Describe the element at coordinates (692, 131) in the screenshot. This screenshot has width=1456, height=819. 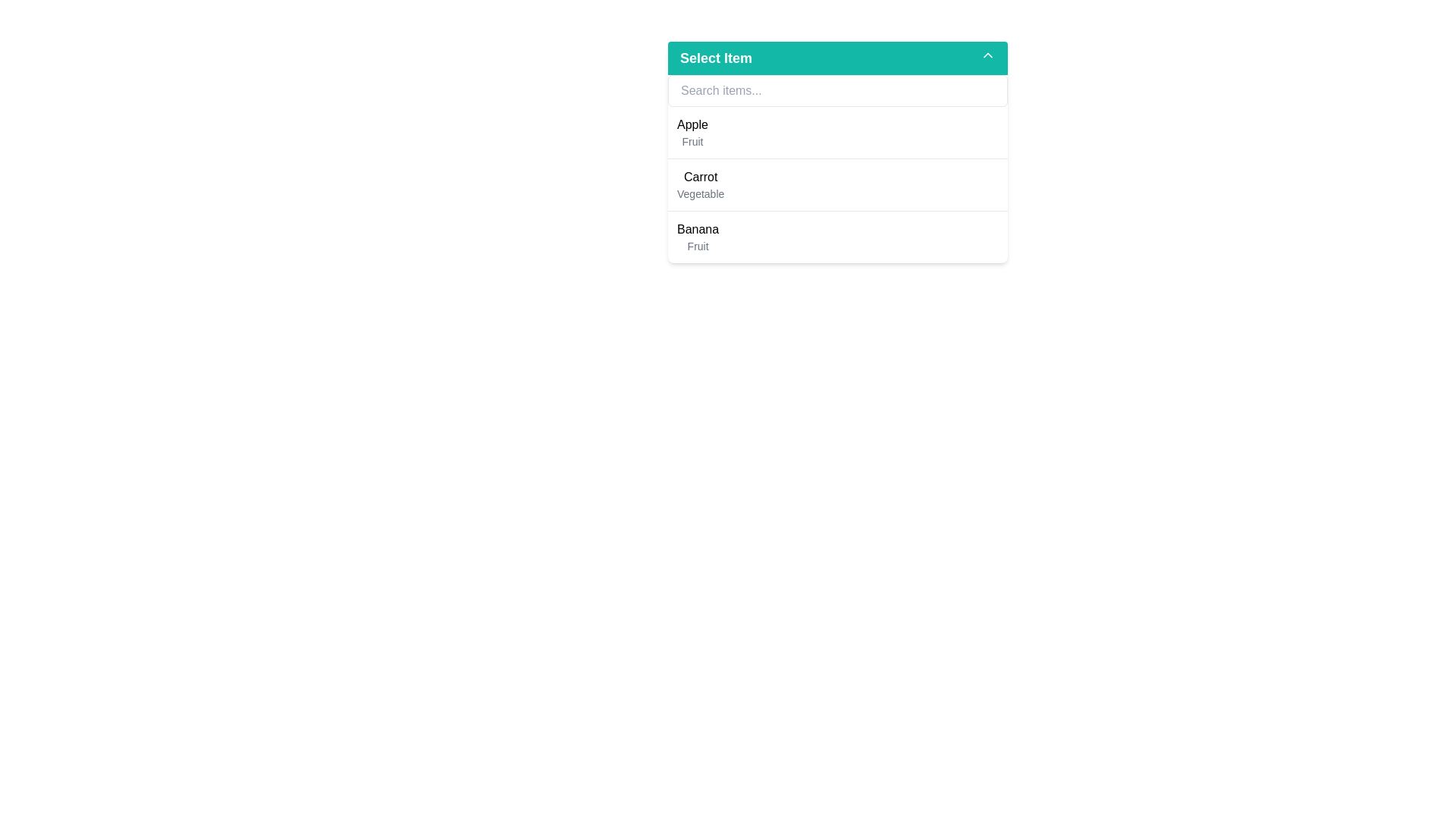
I see `the List Item displaying 'Apple' in bold and 'Fruit' in smaller gray font` at that location.